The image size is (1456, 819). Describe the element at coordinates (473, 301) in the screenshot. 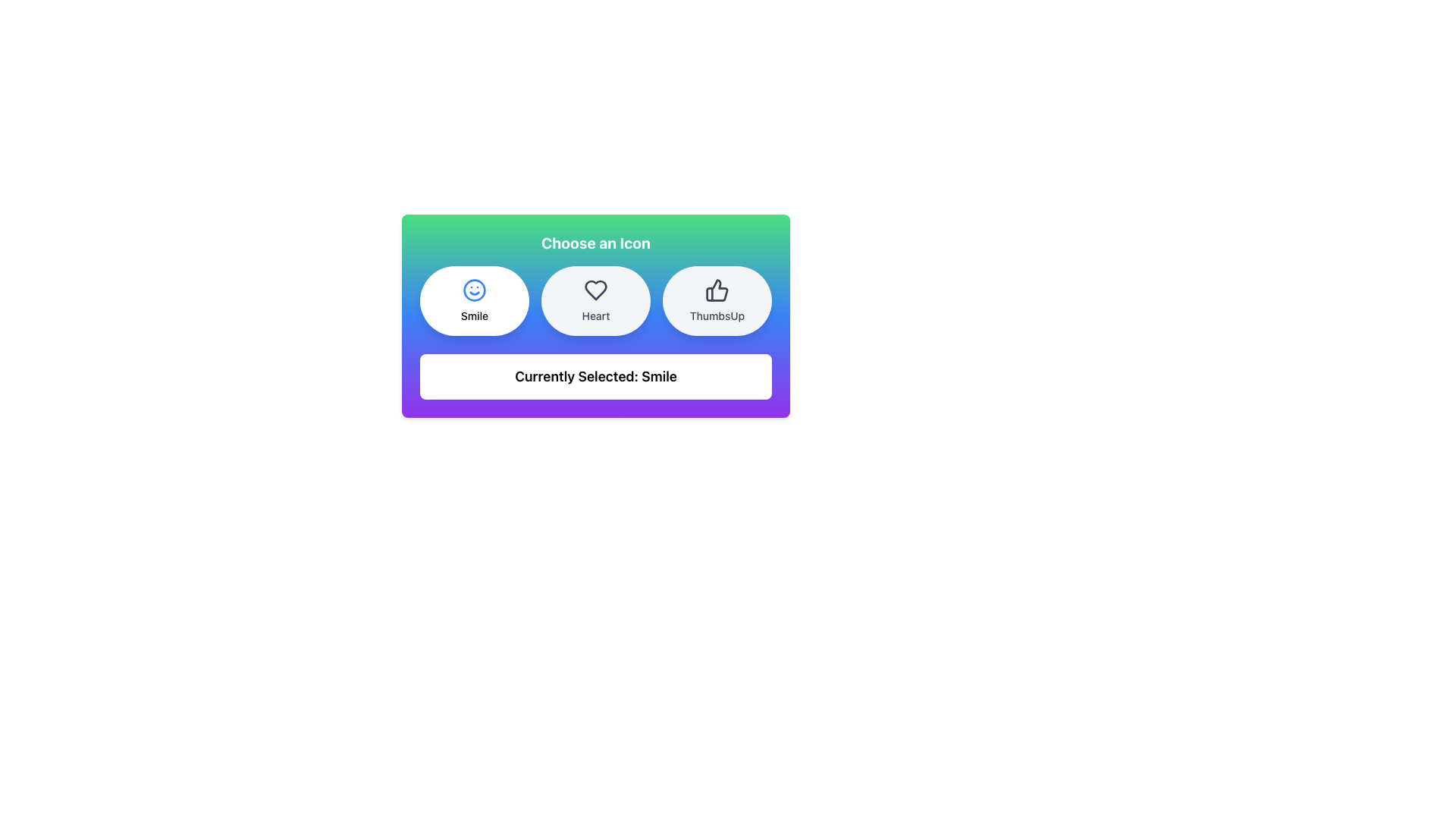

I see `the Interactive option with a smiling face icon and the label 'Smile'` at that location.